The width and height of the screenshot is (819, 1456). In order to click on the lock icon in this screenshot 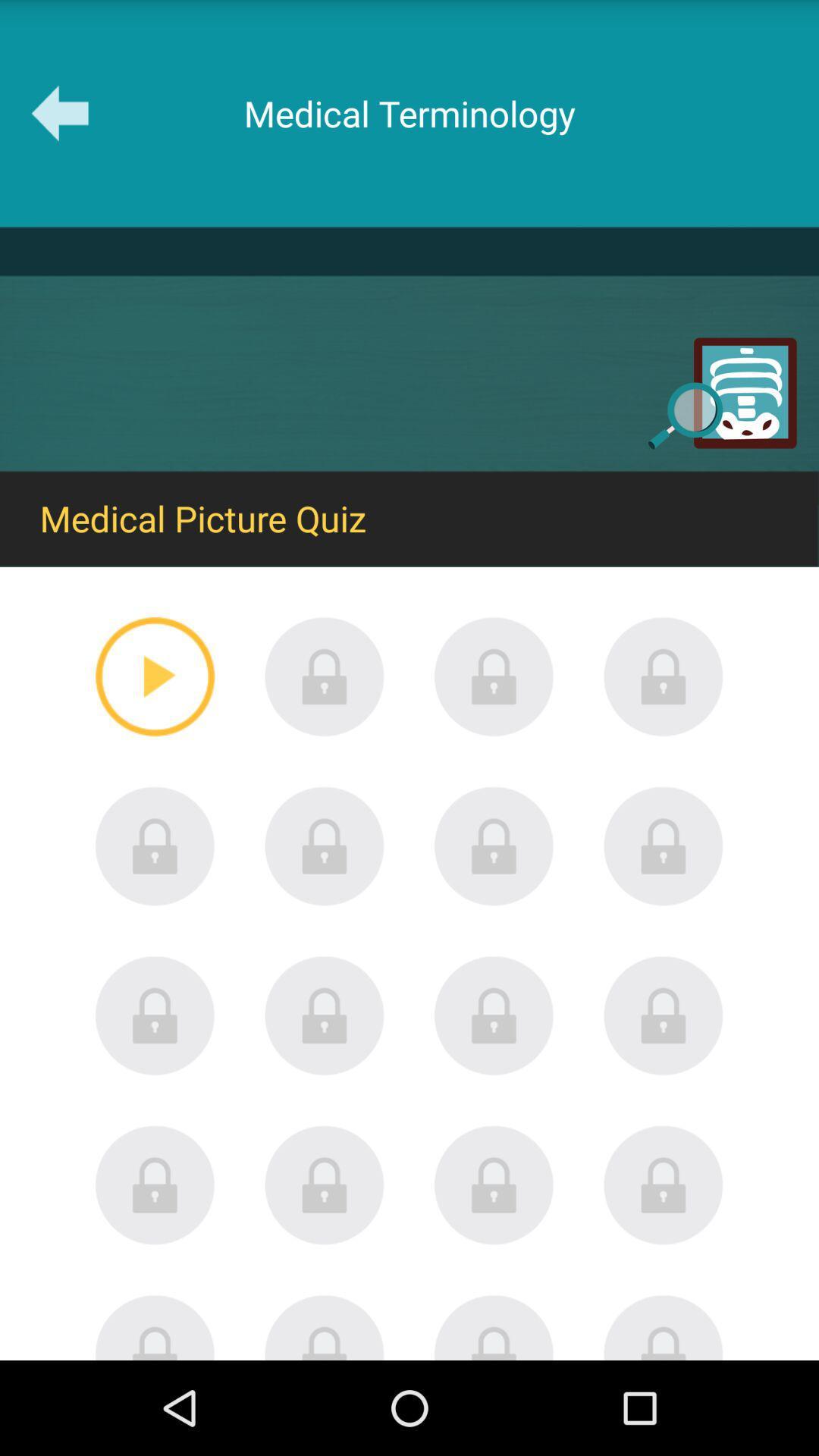, I will do `click(494, 723)`.